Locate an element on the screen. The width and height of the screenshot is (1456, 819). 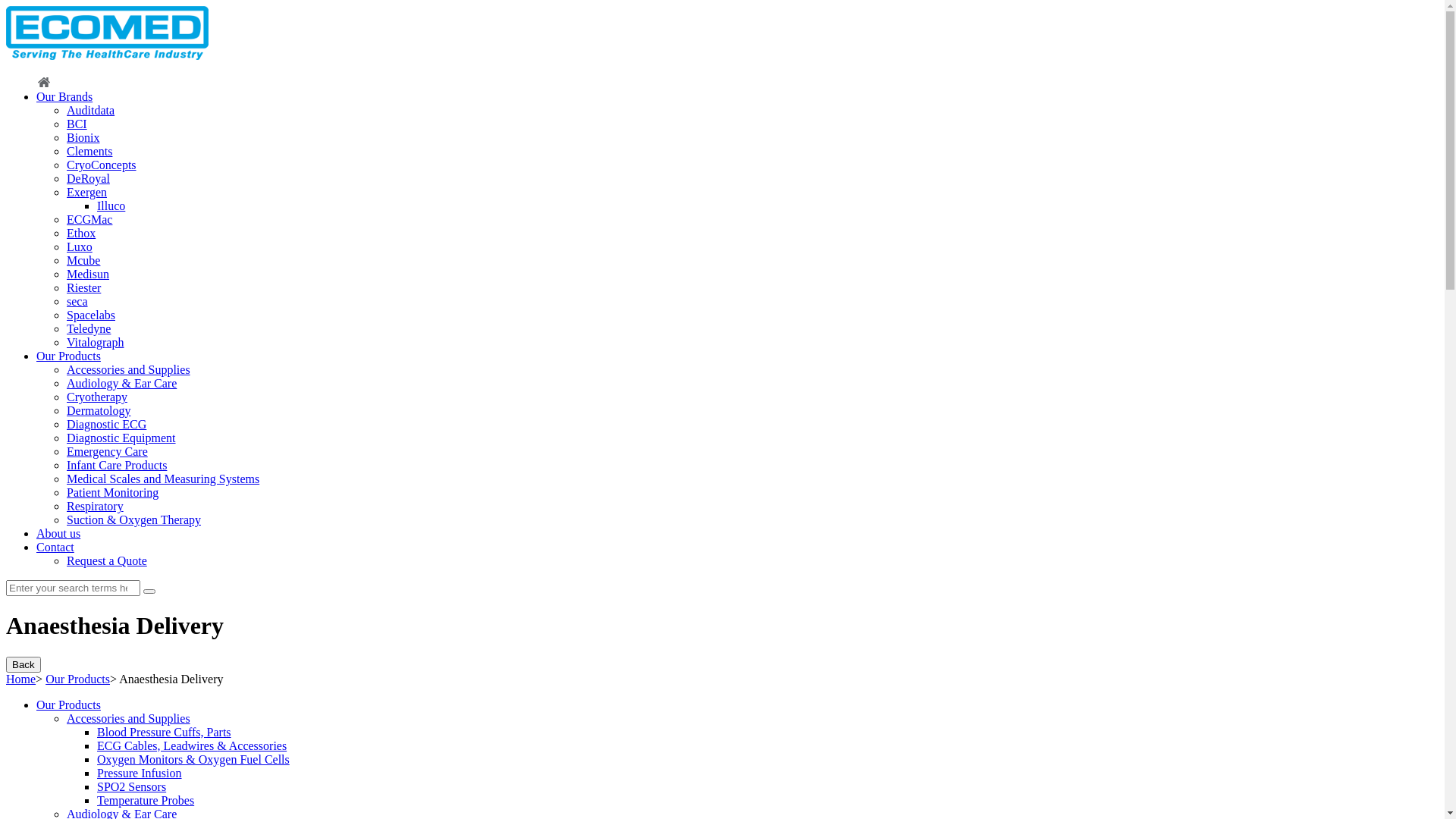
'Oxygen Monitors & Oxygen Fuel Cells' is located at coordinates (96, 759).